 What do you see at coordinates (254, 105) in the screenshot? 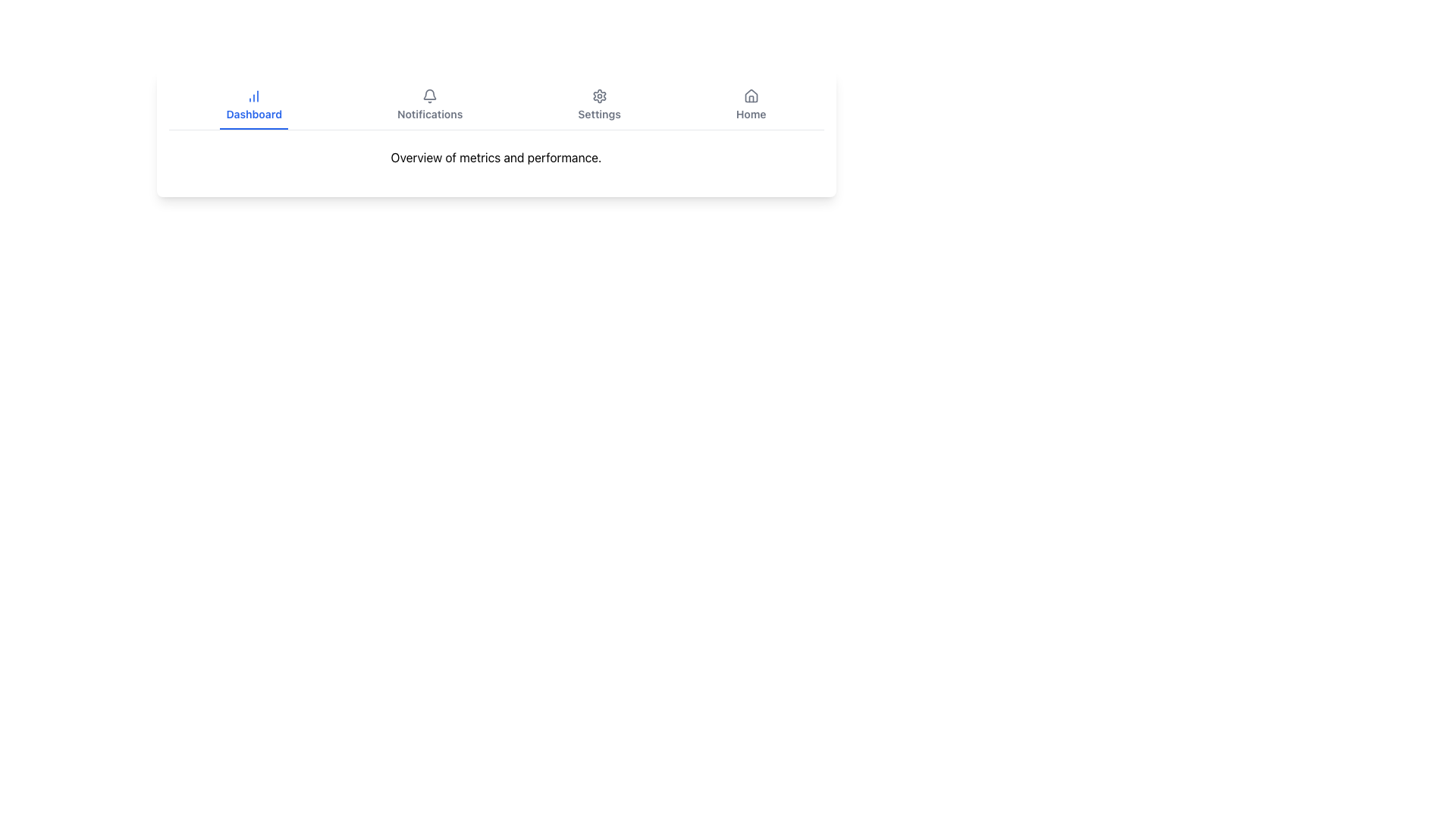
I see `the navigation button located at the top-left corner of the horizontal navigation bar` at bounding box center [254, 105].